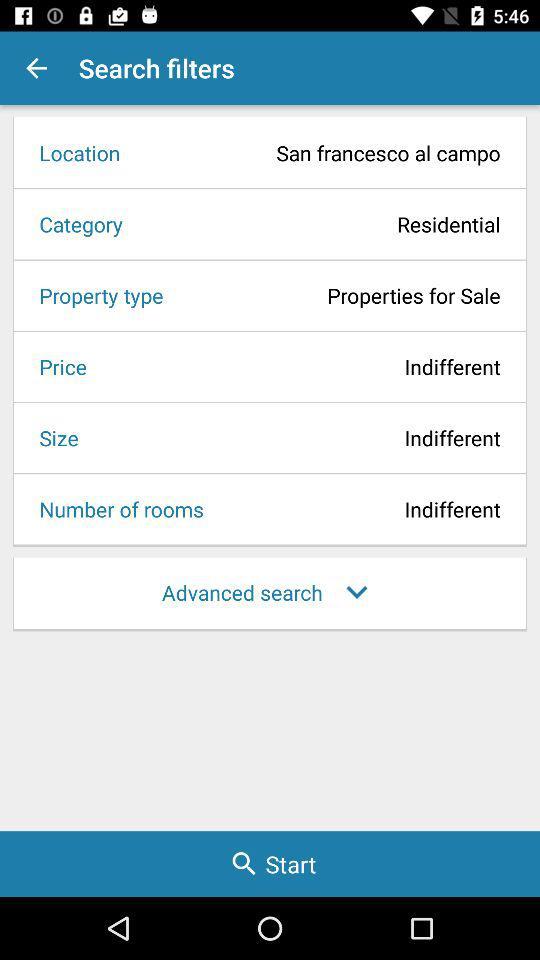 This screenshot has width=540, height=960. What do you see at coordinates (317, 152) in the screenshot?
I see `the icon to the right of location item` at bounding box center [317, 152].